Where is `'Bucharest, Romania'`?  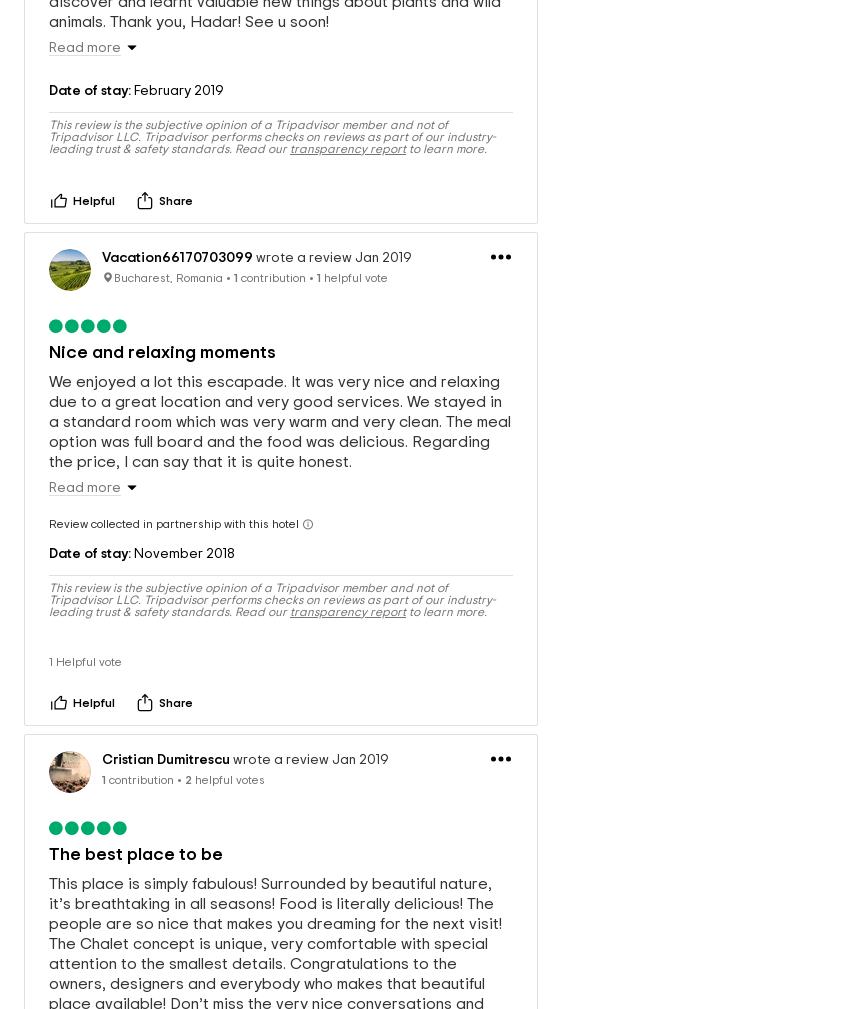 'Bucharest, Romania' is located at coordinates (167, 255).